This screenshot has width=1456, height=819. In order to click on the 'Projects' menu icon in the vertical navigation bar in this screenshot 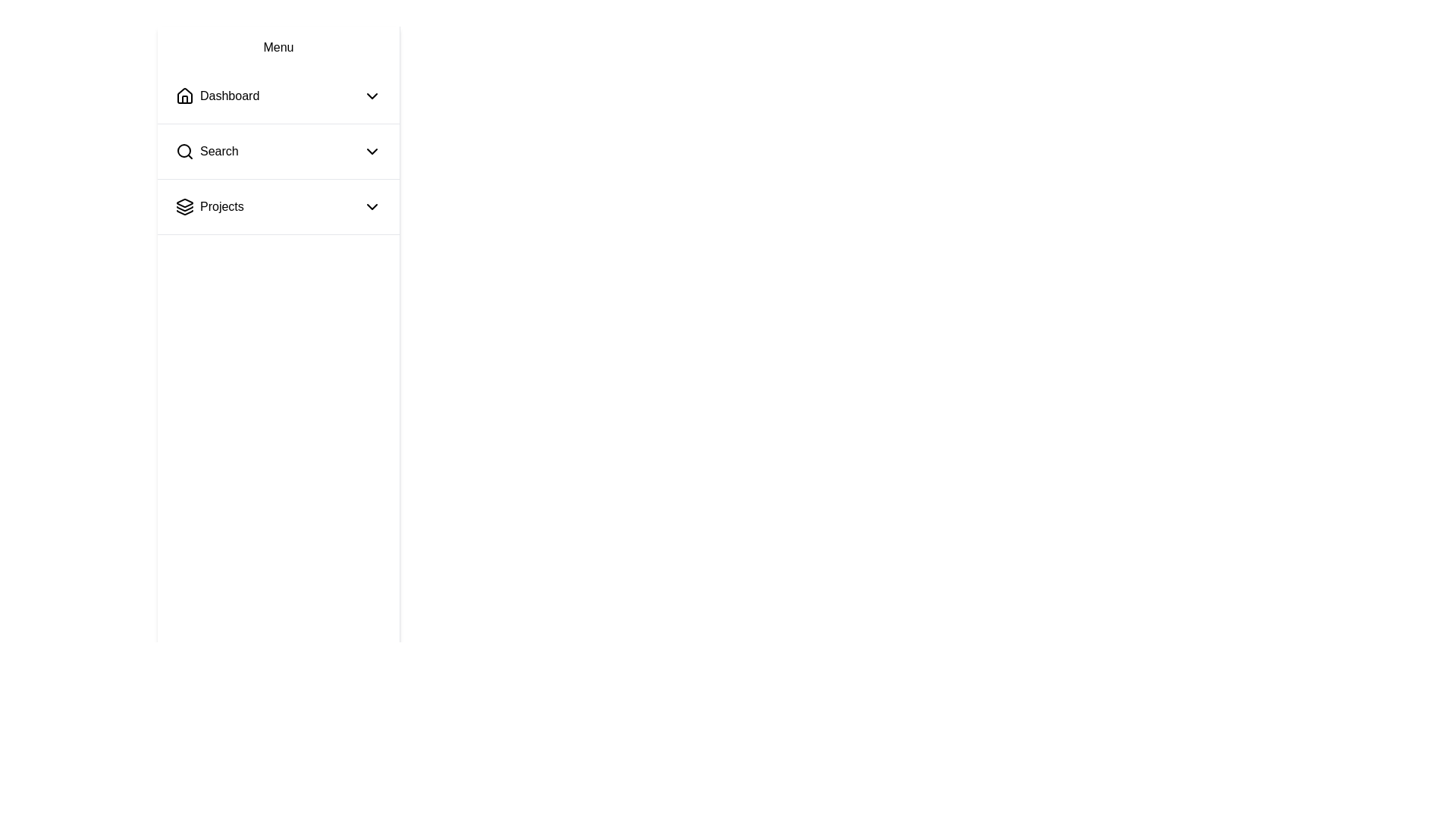, I will do `click(184, 207)`.